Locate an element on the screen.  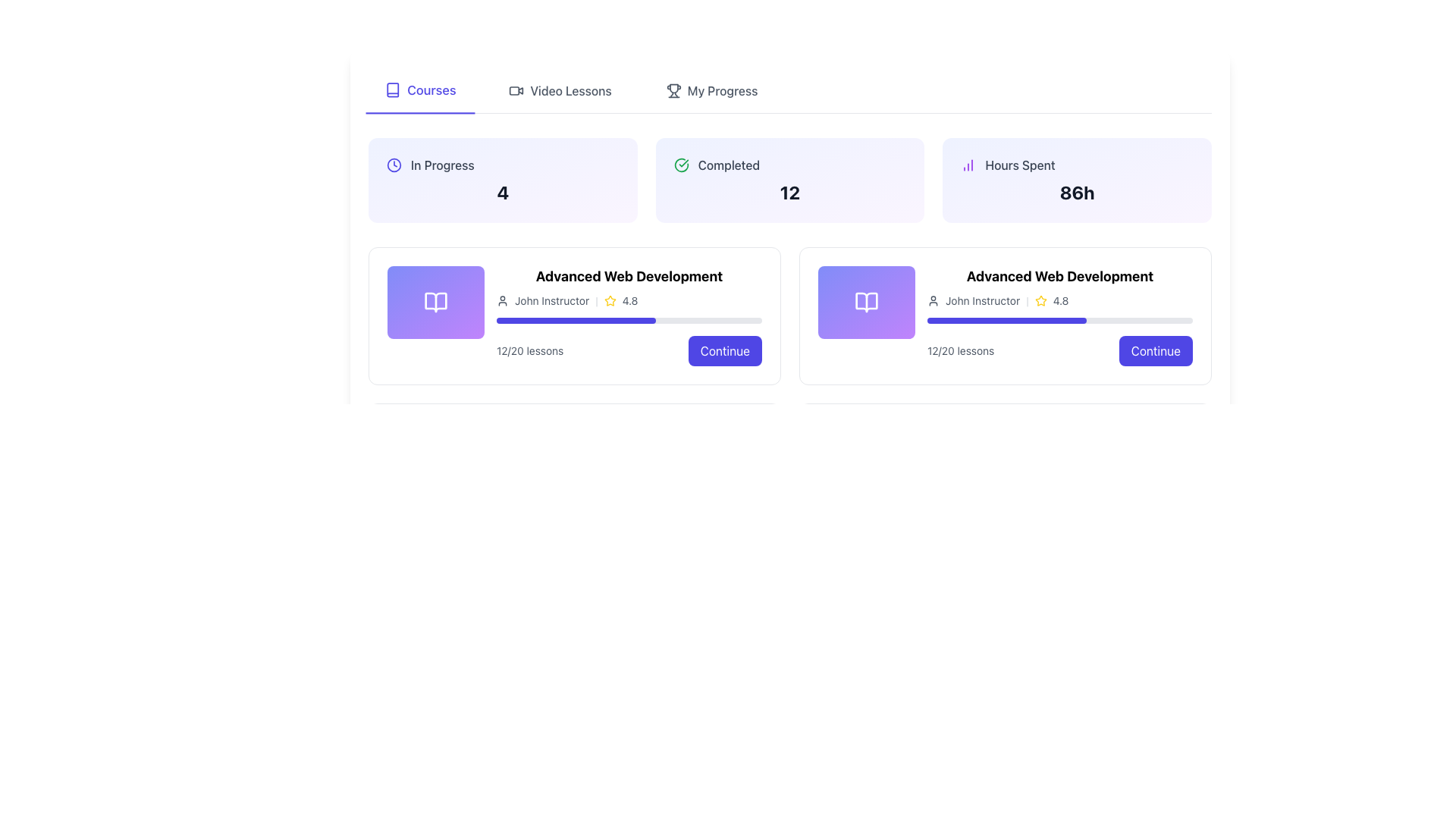
the 'Video Lessons' button in the navigation bar to change its appearance is located at coordinates (560, 90).